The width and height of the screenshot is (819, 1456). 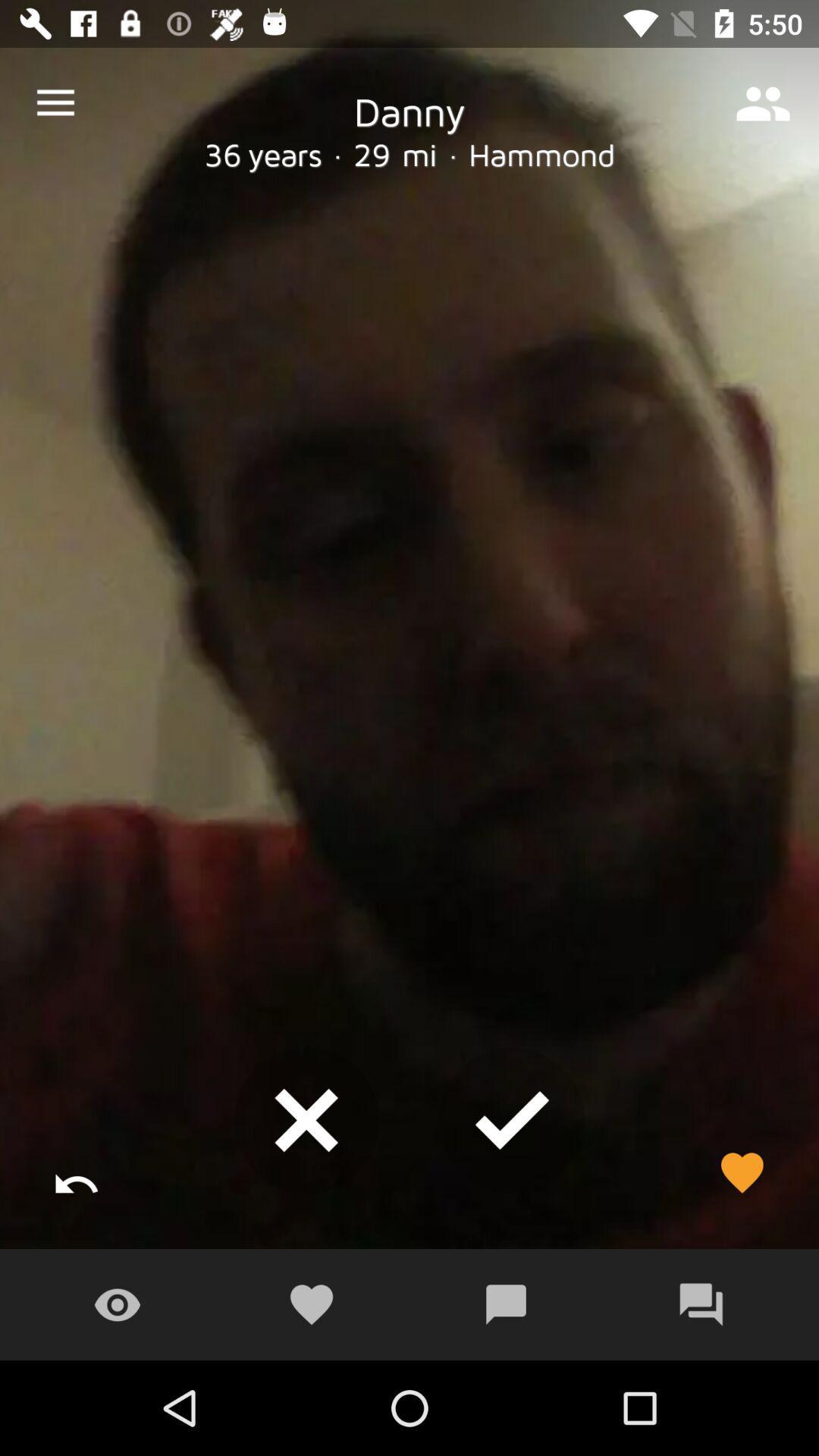 I want to click on the favorite icon, so click(x=741, y=1172).